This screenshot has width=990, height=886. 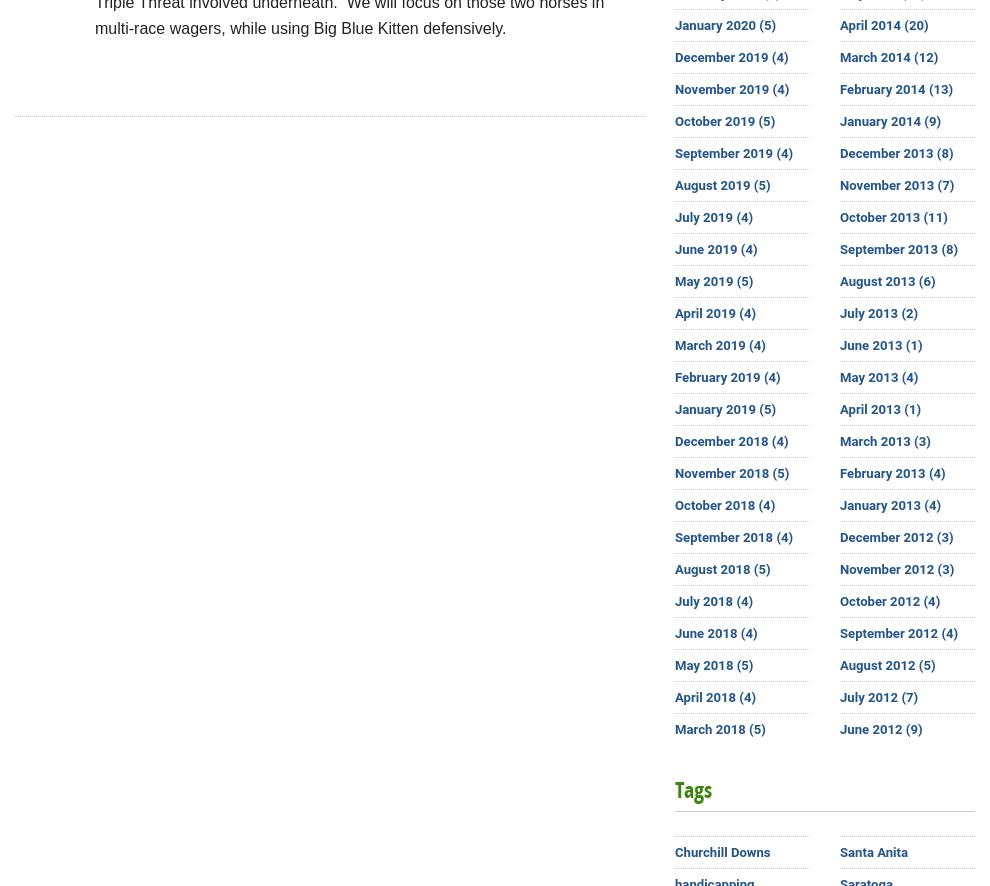 What do you see at coordinates (887, 664) in the screenshot?
I see `'August 2012 (5)'` at bounding box center [887, 664].